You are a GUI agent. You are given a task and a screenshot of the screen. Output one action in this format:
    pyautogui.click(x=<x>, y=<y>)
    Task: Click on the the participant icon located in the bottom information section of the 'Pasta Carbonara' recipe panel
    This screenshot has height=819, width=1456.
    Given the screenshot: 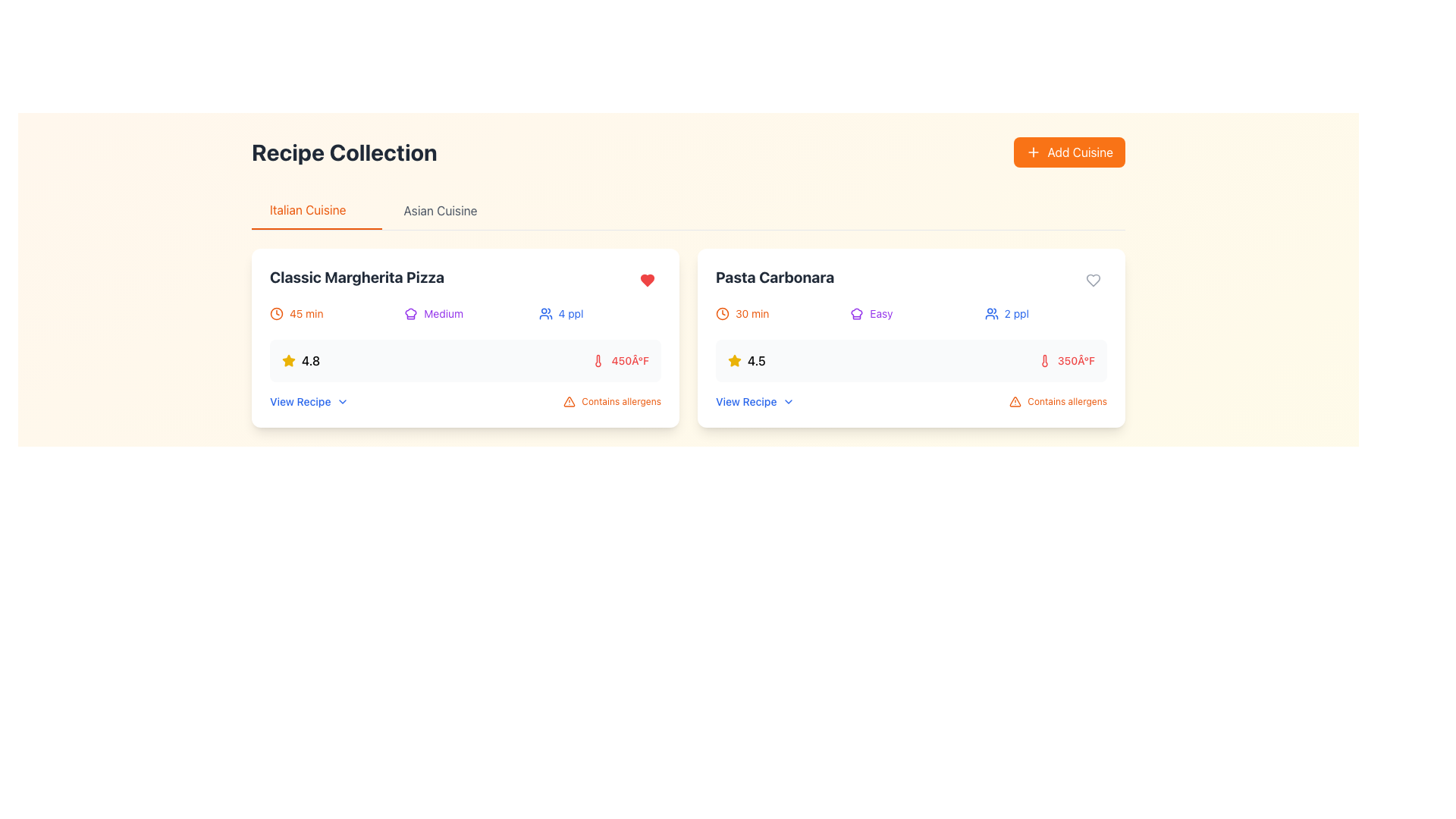 What is the action you would take?
    pyautogui.click(x=991, y=312)
    